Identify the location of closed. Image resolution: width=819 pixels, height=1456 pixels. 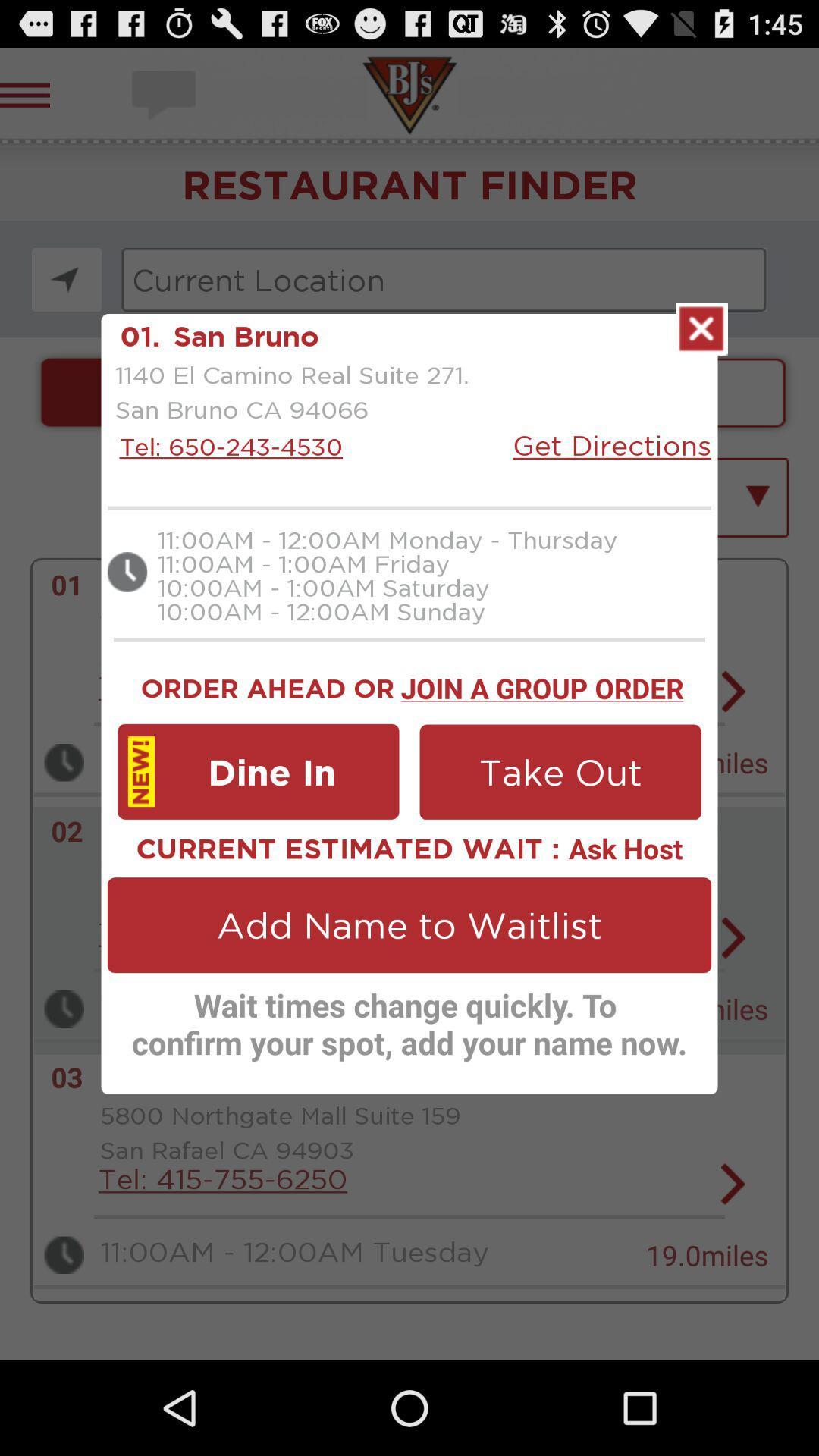
(701, 328).